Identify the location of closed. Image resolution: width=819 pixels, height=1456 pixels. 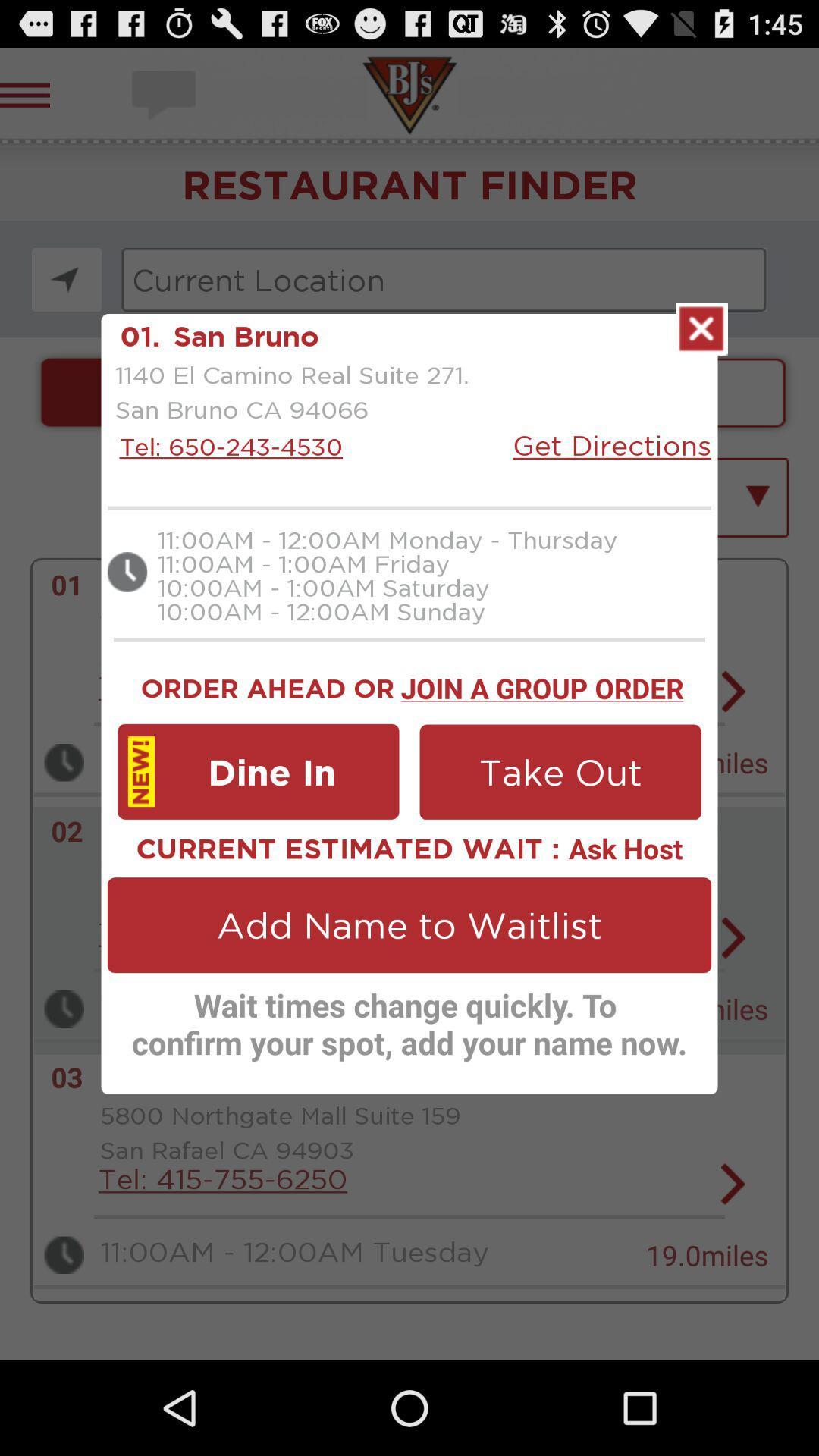
(701, 328).